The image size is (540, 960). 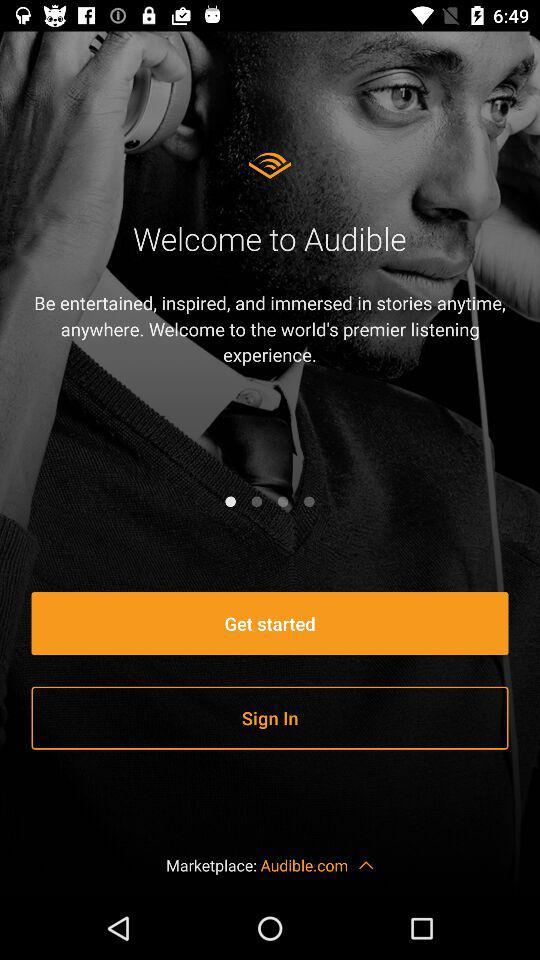 I want to click on sign in, so click(x=270, y=718).